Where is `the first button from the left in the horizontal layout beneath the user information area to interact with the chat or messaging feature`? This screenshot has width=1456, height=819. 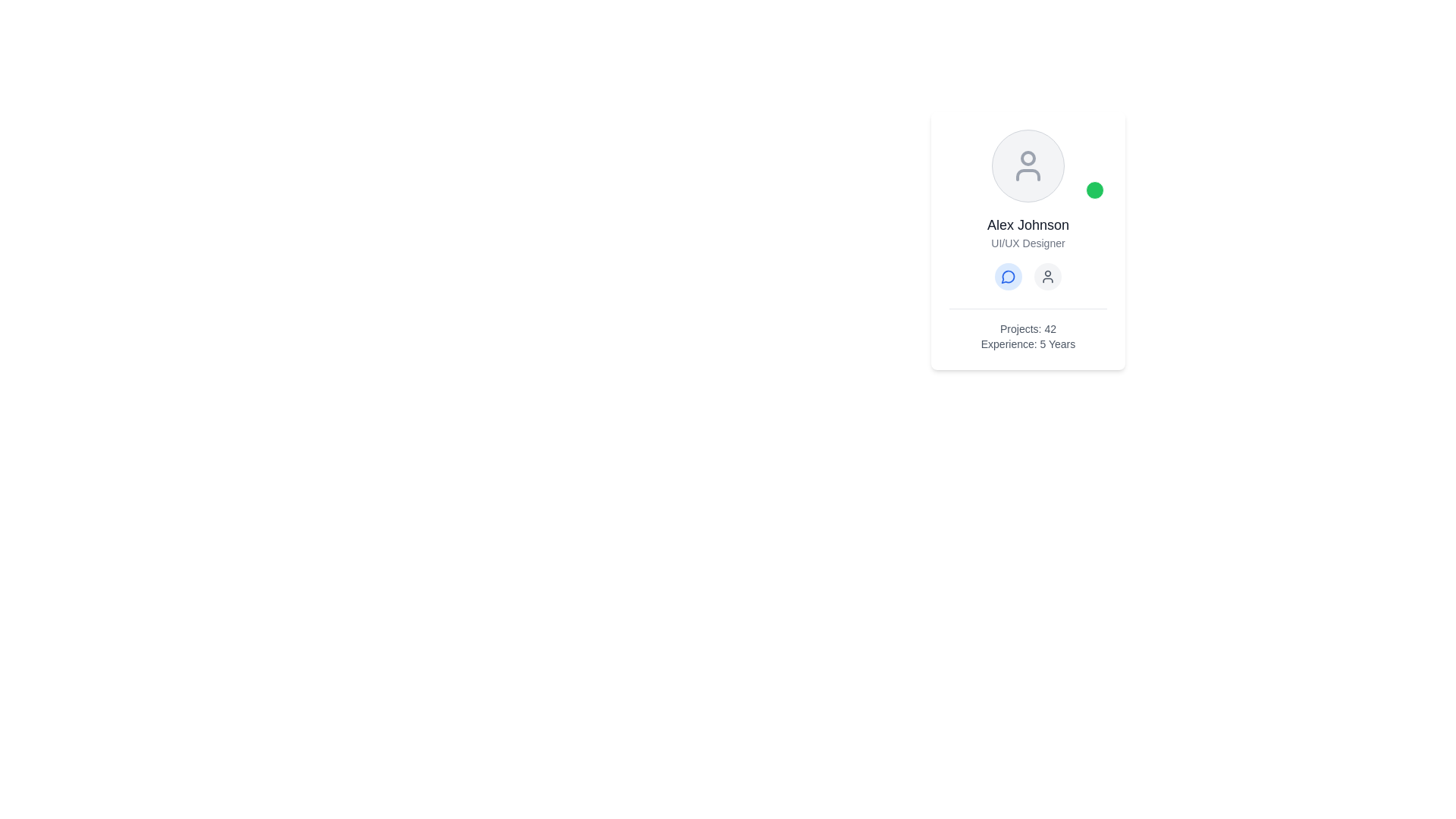
the first button from the left in the horizontal layout beneath the user information area to interact with the chat or messaging feature is located at coordinates (1008, 277).